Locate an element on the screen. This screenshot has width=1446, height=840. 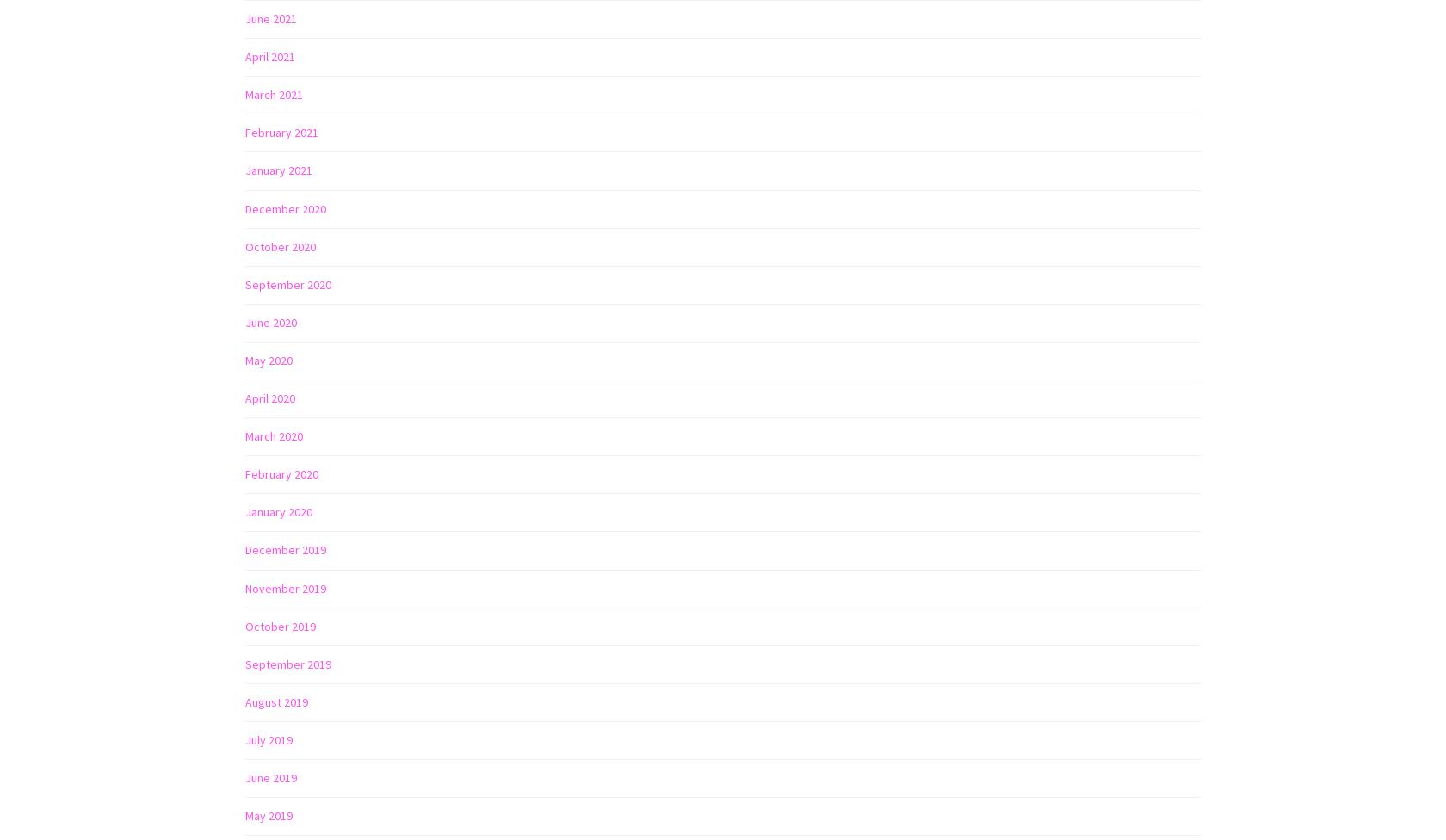
'June 2019' is located at coordinates (271, 775).